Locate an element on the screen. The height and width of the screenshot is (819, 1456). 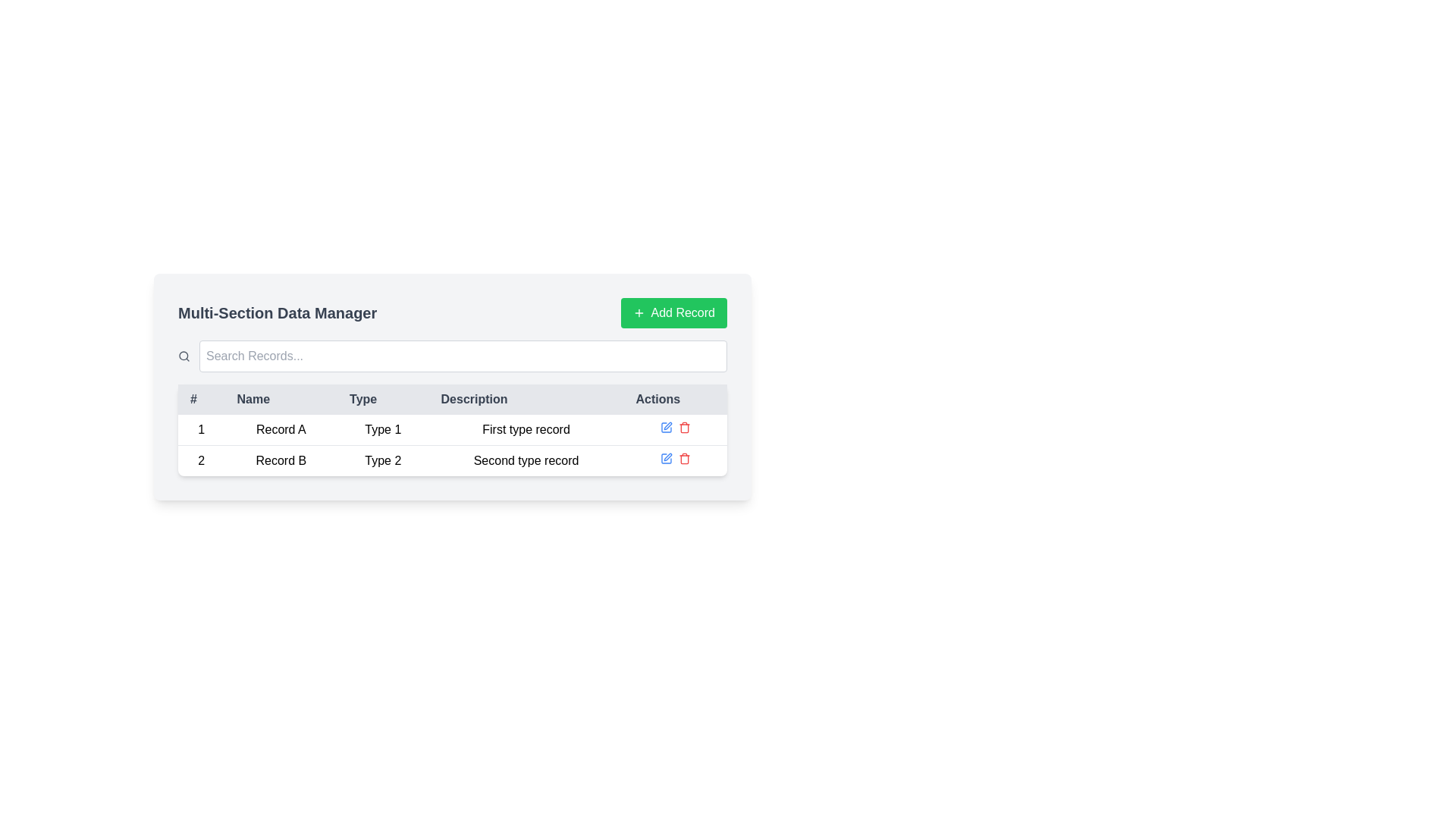
the small red trash can icon located at the far-right of the second row in the 'Actions' column of the data table is located at coordinates (683, 427).